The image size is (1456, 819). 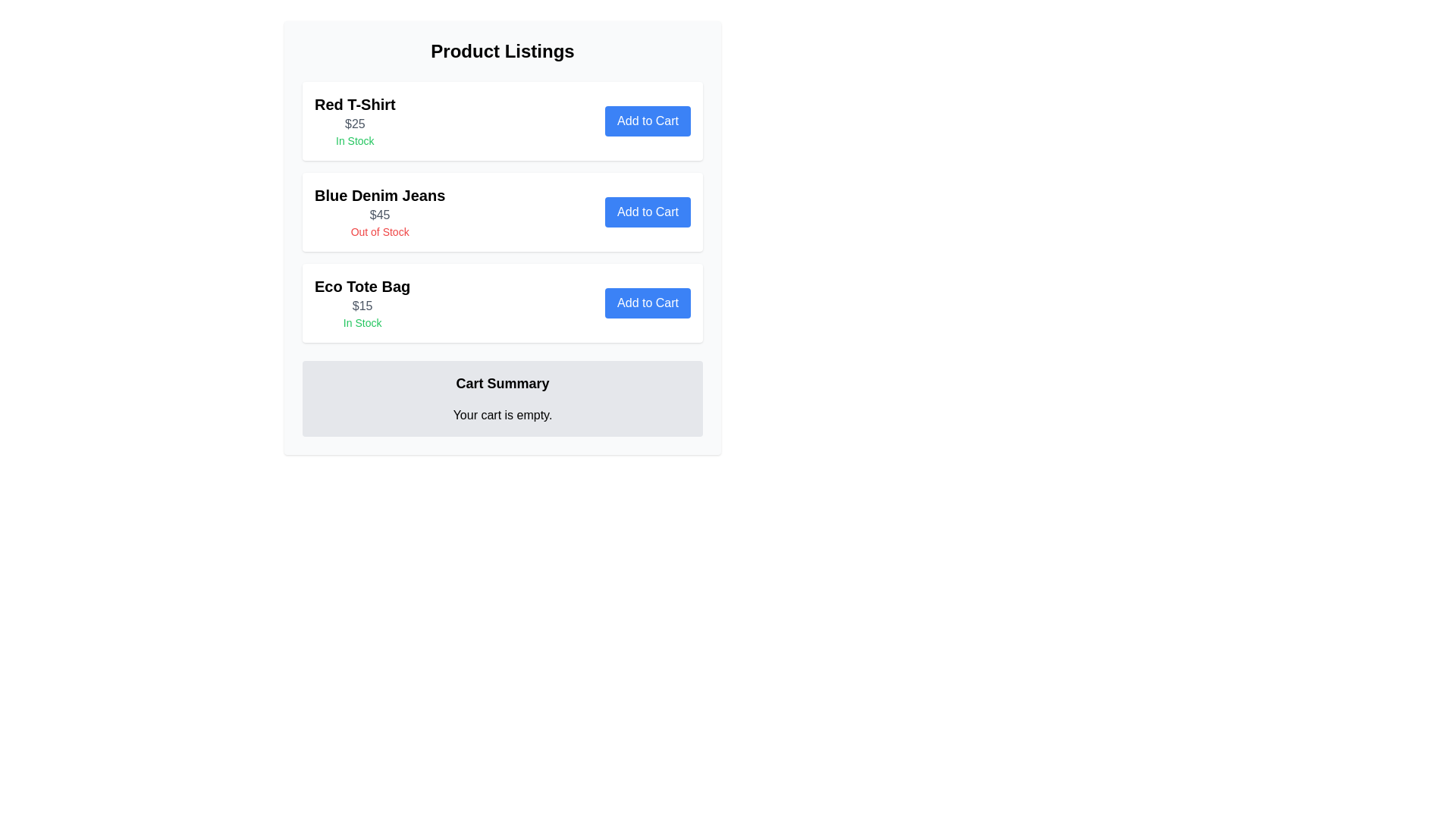 What do you see at coordinates (380, 212) in the screenshot?
I see `the text block displaying the product information for 'Blue Denim Jeans', which is located in the second product tile above the 'Add to Cart' button` at bounding box center [380, 212].